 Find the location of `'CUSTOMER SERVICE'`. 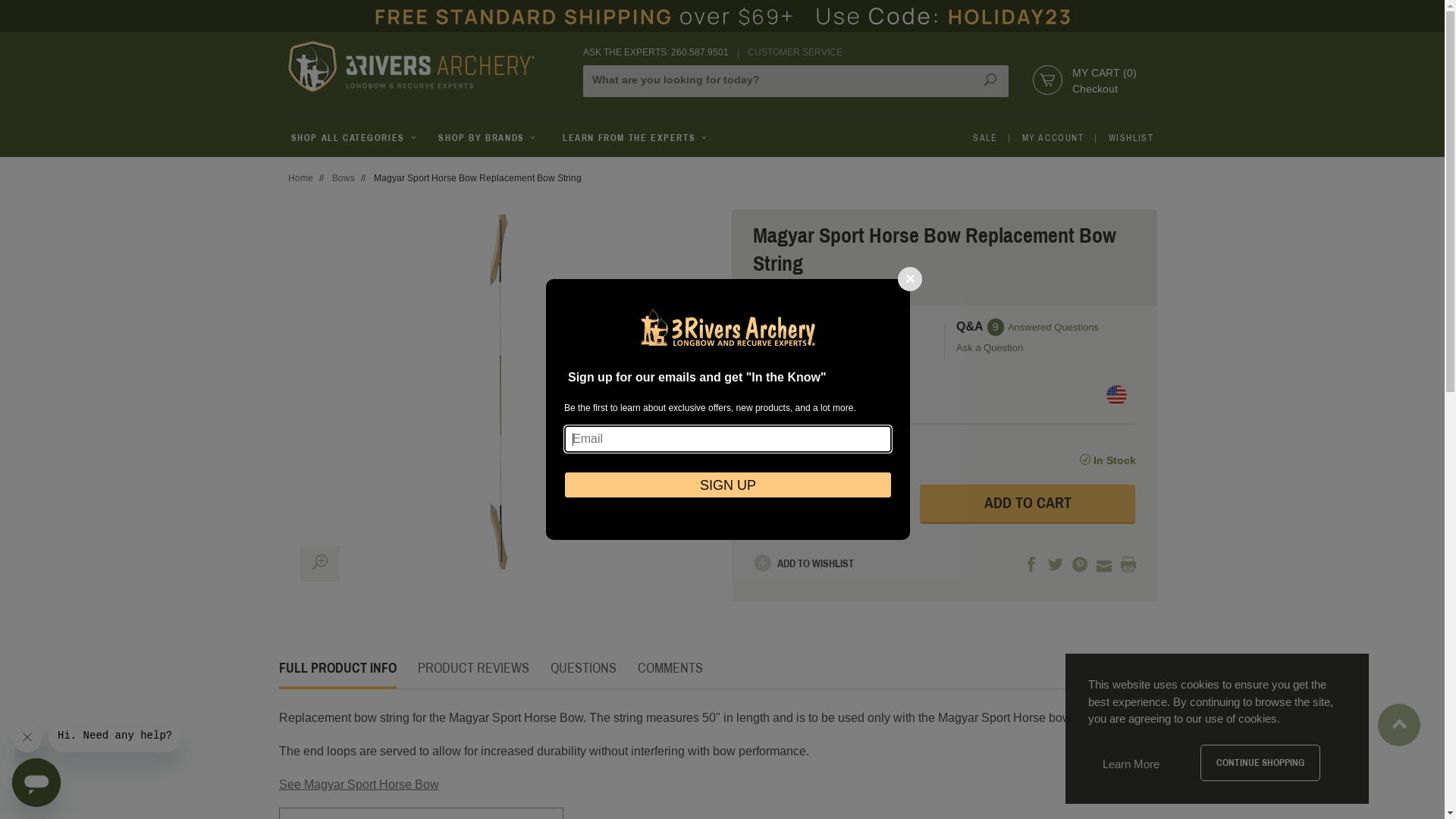

'CUSTOMER SERVICE' is located at coordinates (794, 52).